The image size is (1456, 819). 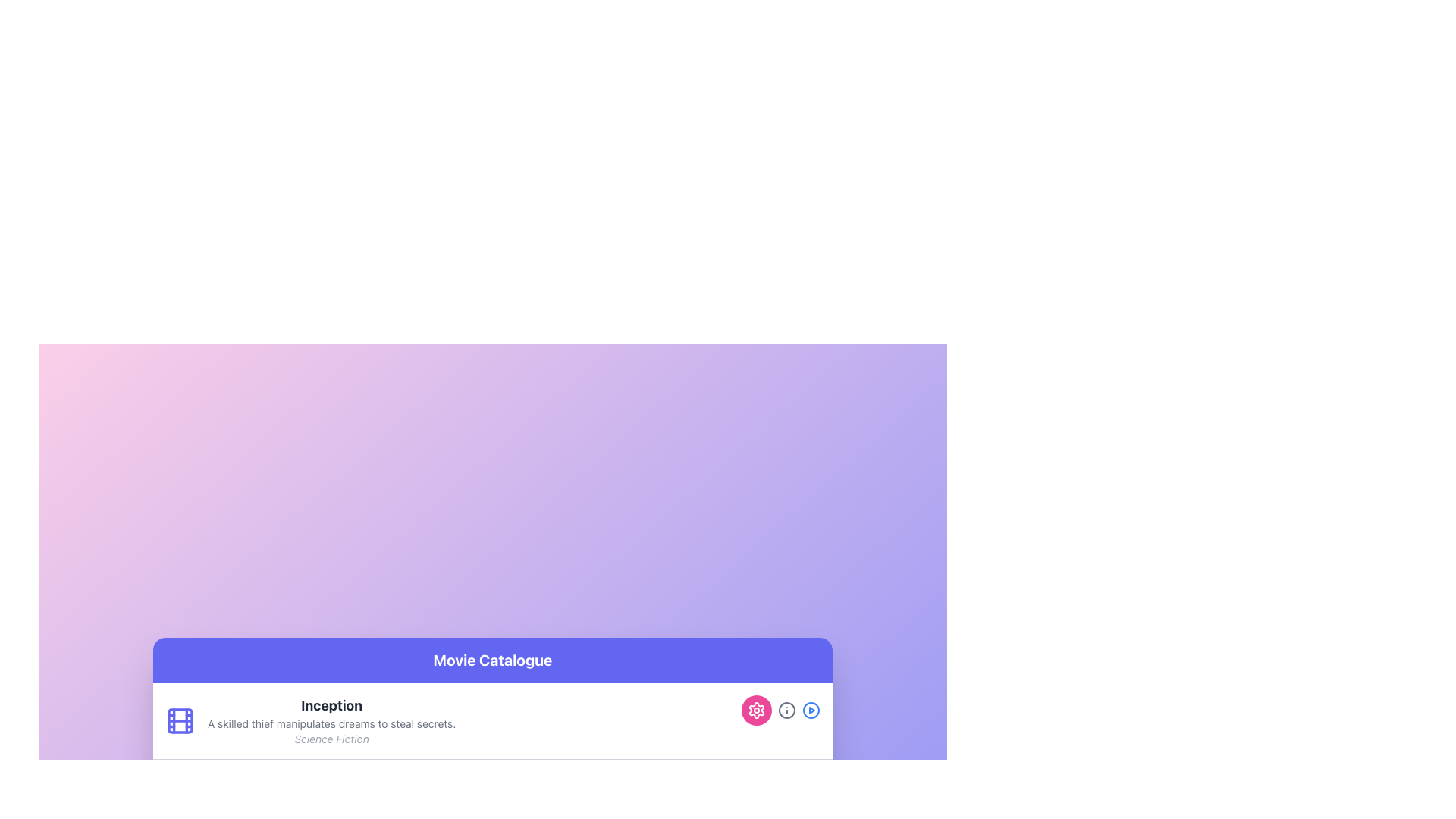 I want to click on the static text element that provides a synopsis of the movie 'Inception', positioned between the title and genre descriptor, so click(x=331, y=723).